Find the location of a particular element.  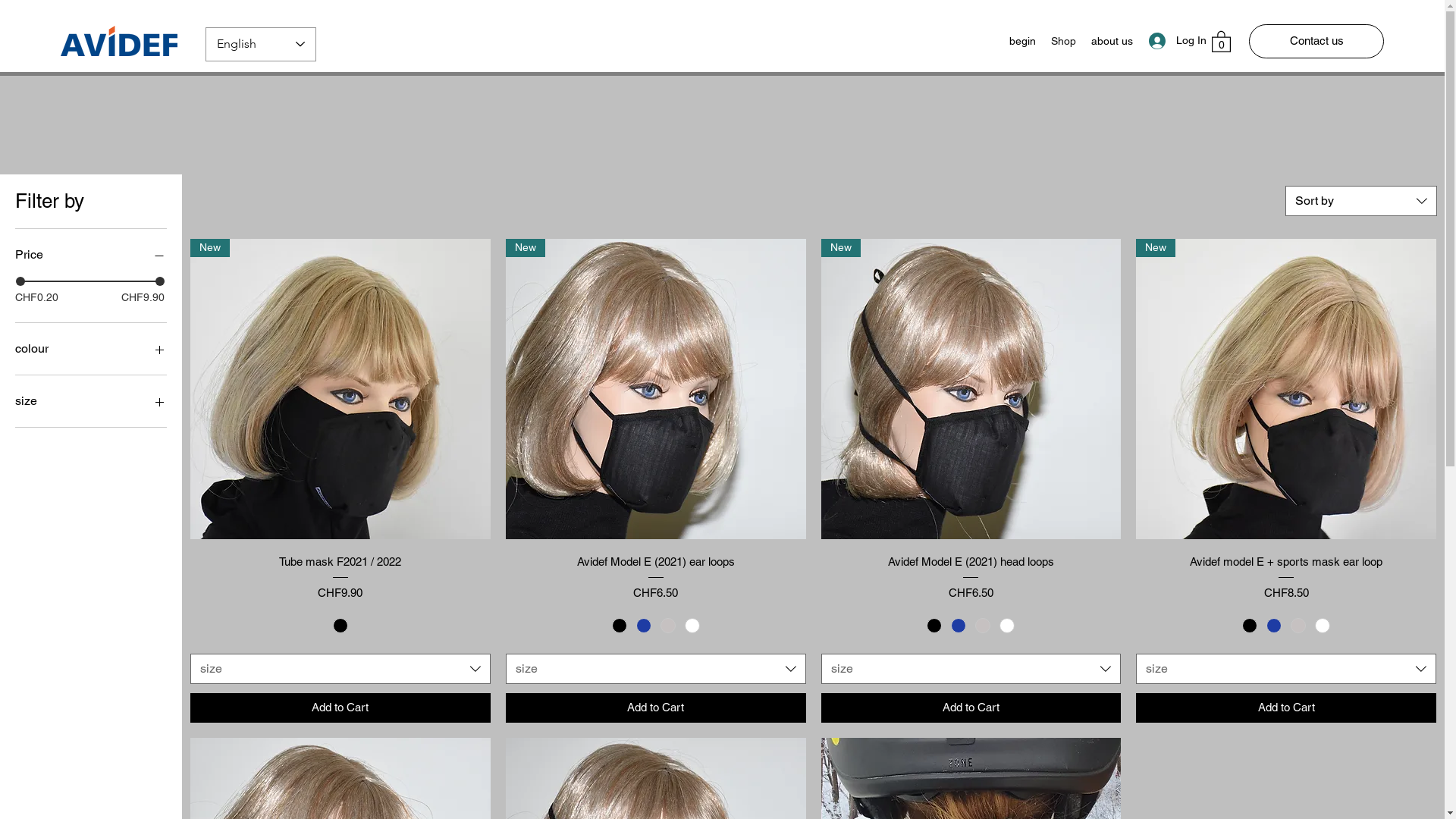

'about us' is located at coordinates (1112, 40).